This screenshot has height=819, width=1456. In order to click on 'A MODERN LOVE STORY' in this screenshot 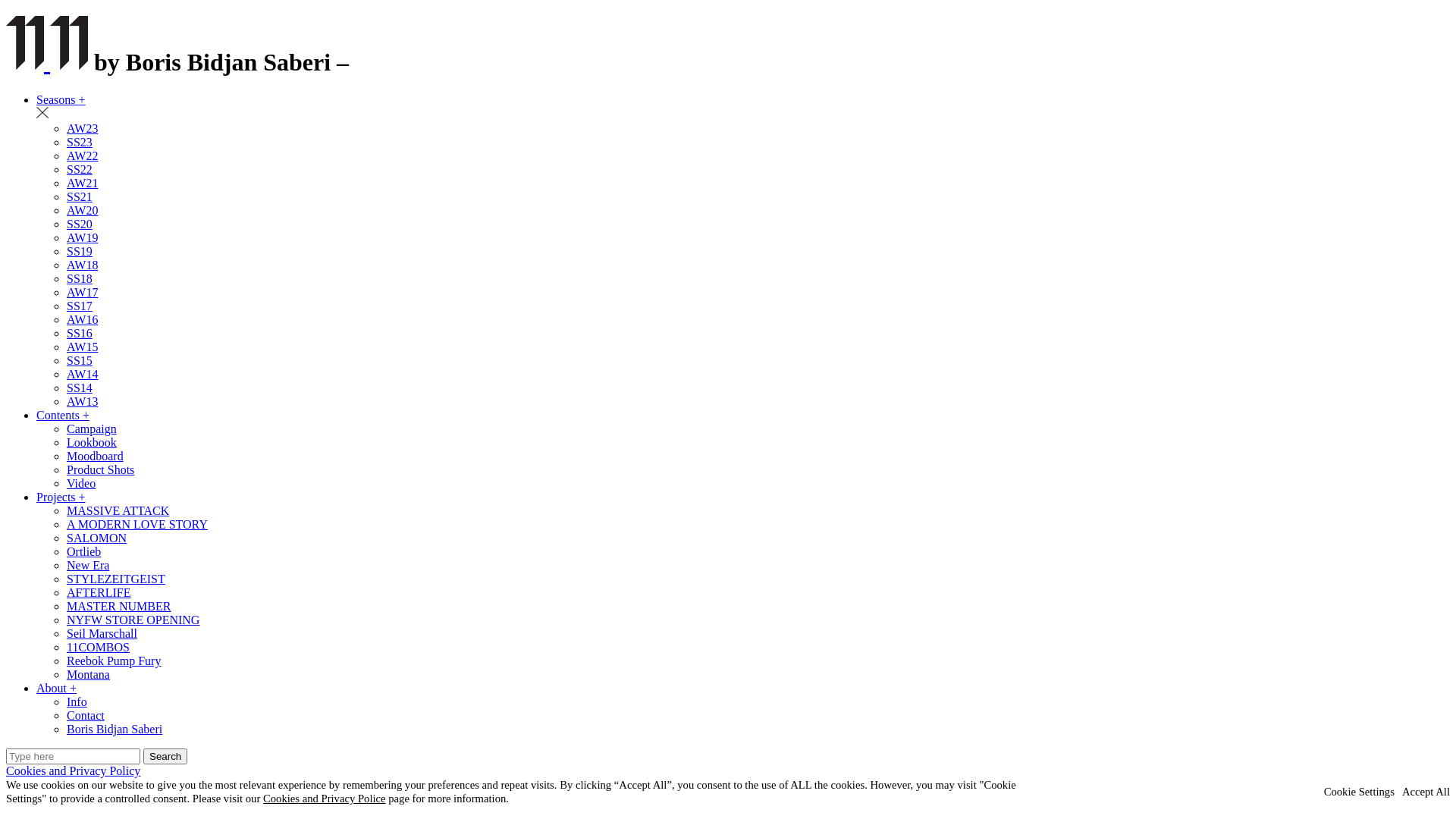, I will do `click(137, 523)`.